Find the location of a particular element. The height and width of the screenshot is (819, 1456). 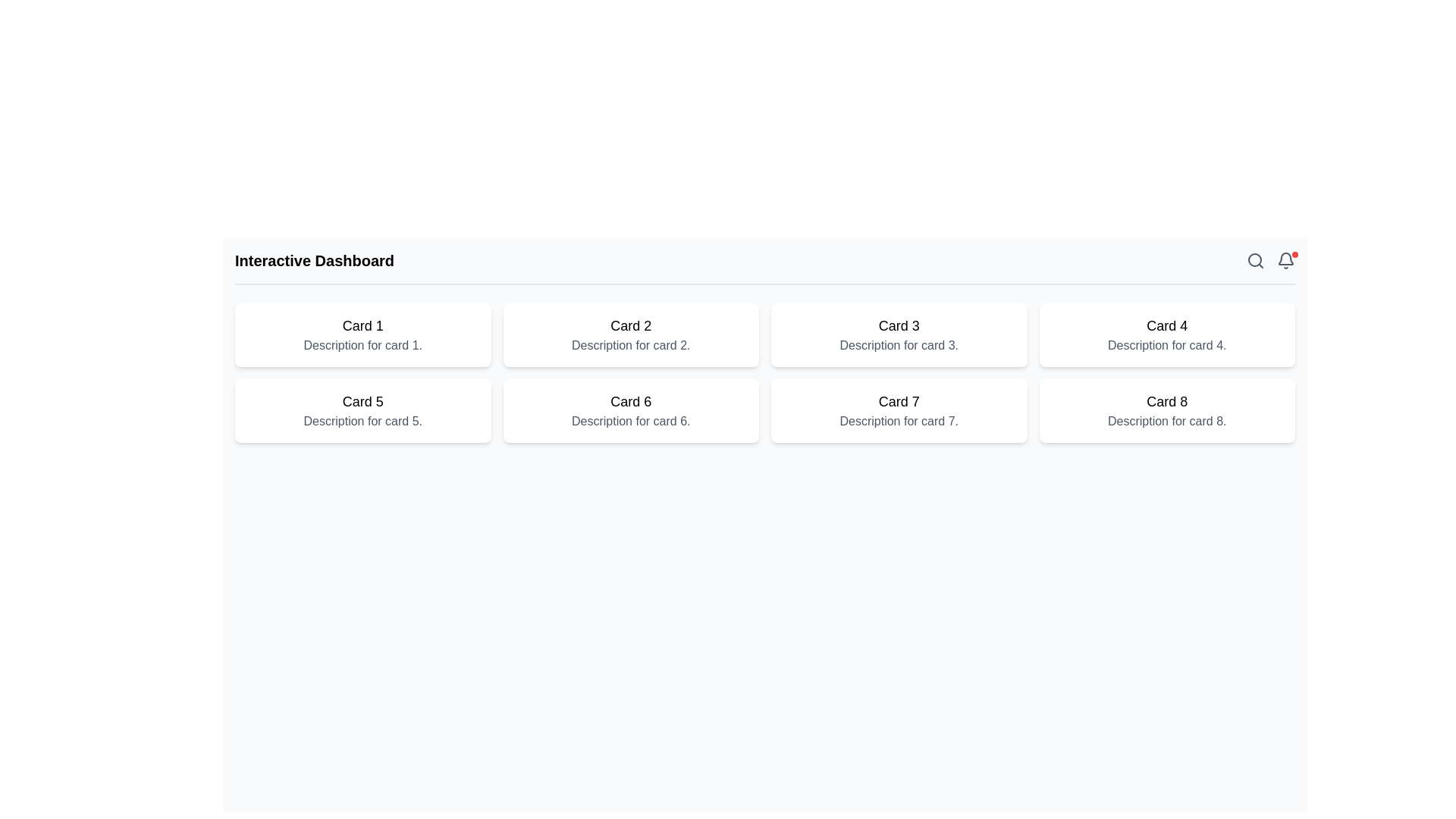

text from the Text Label that displays 'Description for card 3.' styled in gray font, located inside Card 3 below the title 'Card 3' is located at coordinates (899, 345).